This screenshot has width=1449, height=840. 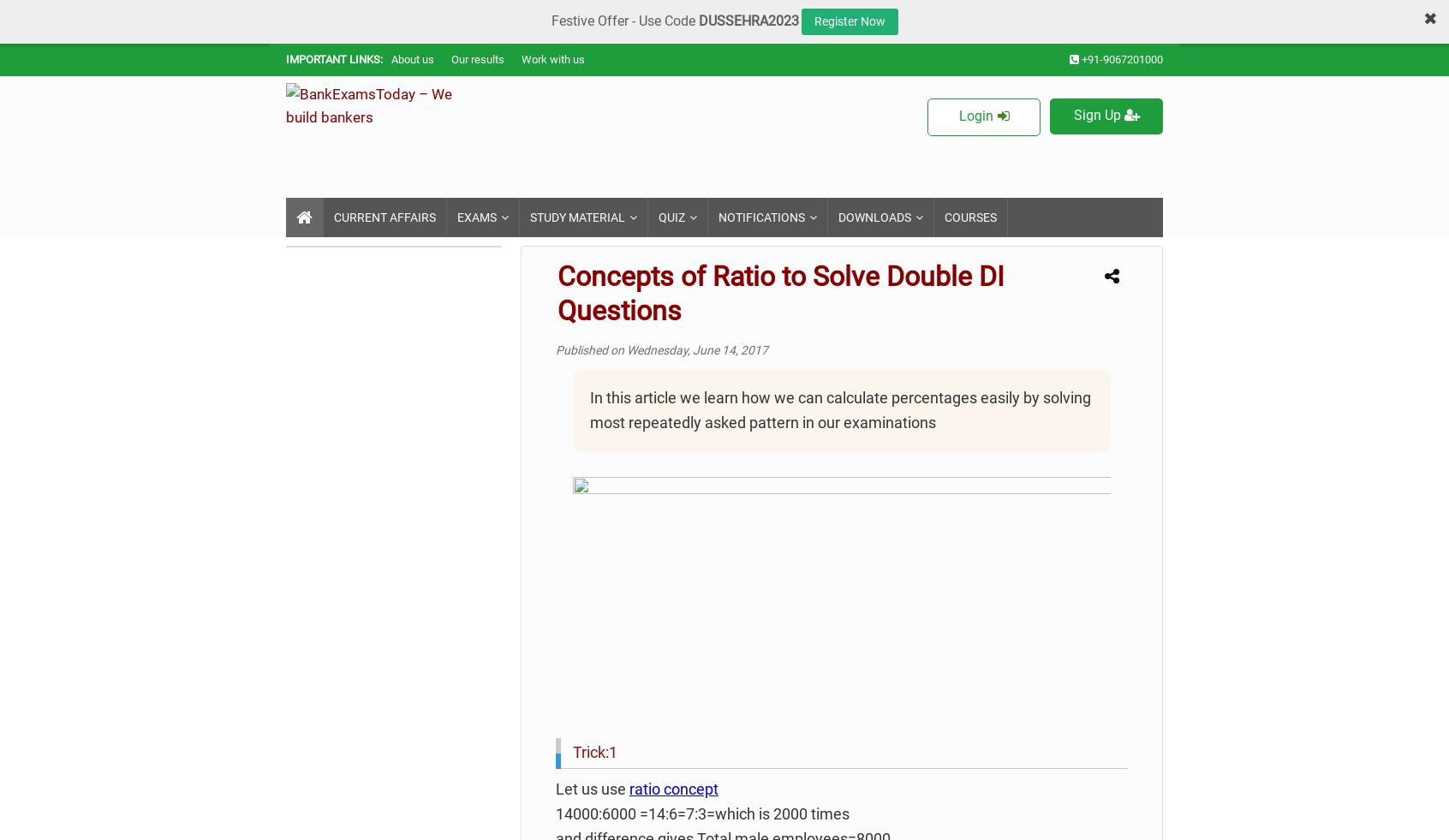 I want to click on '14000:6000 =14:6=7:3=which is 2000 times', so click(x=702, y=813).